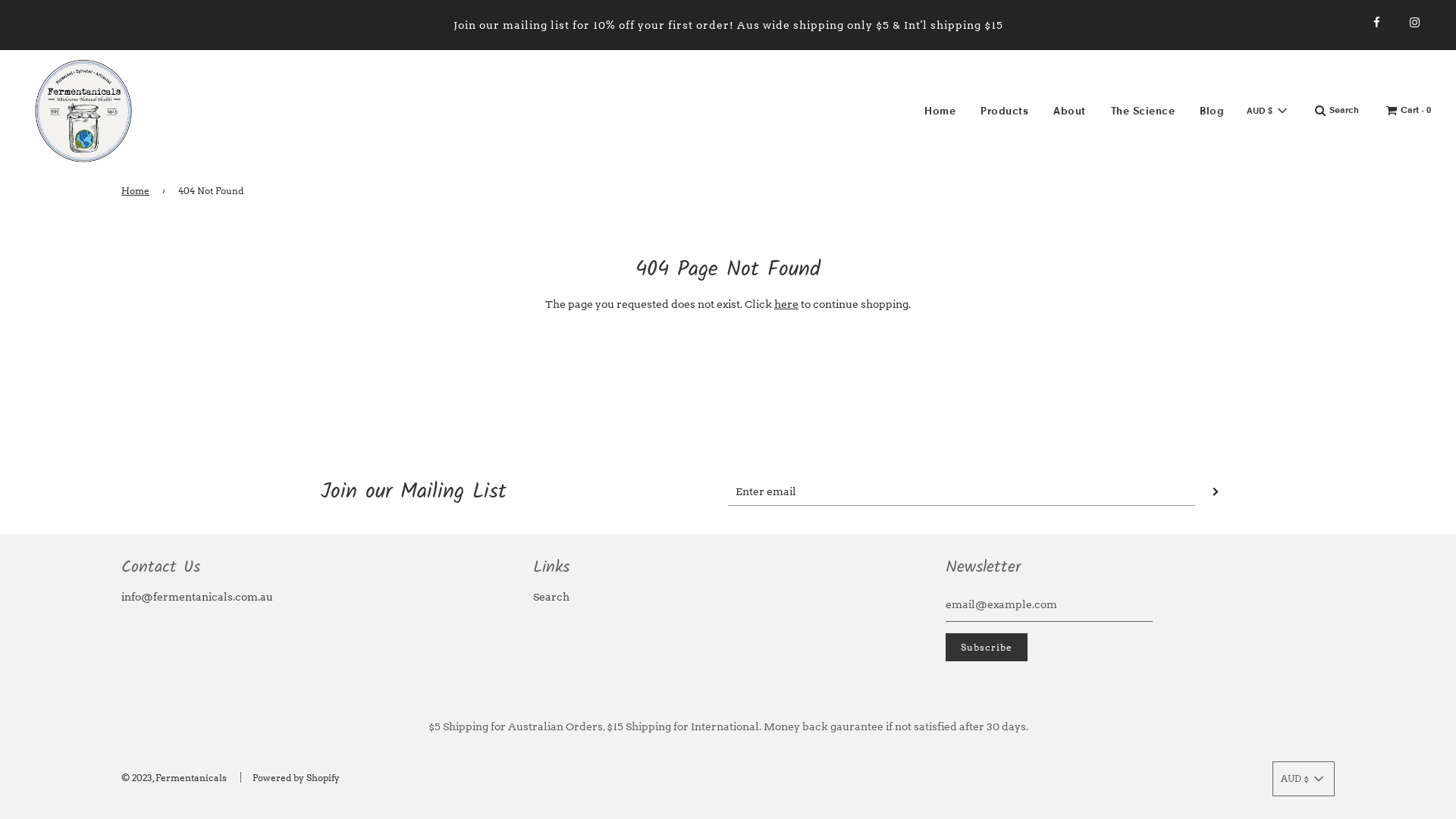 This screenshot has height=819, width=1456. Describe the element at coordinates (939, 110) in the screenshot. I see `'Home'` at that location.